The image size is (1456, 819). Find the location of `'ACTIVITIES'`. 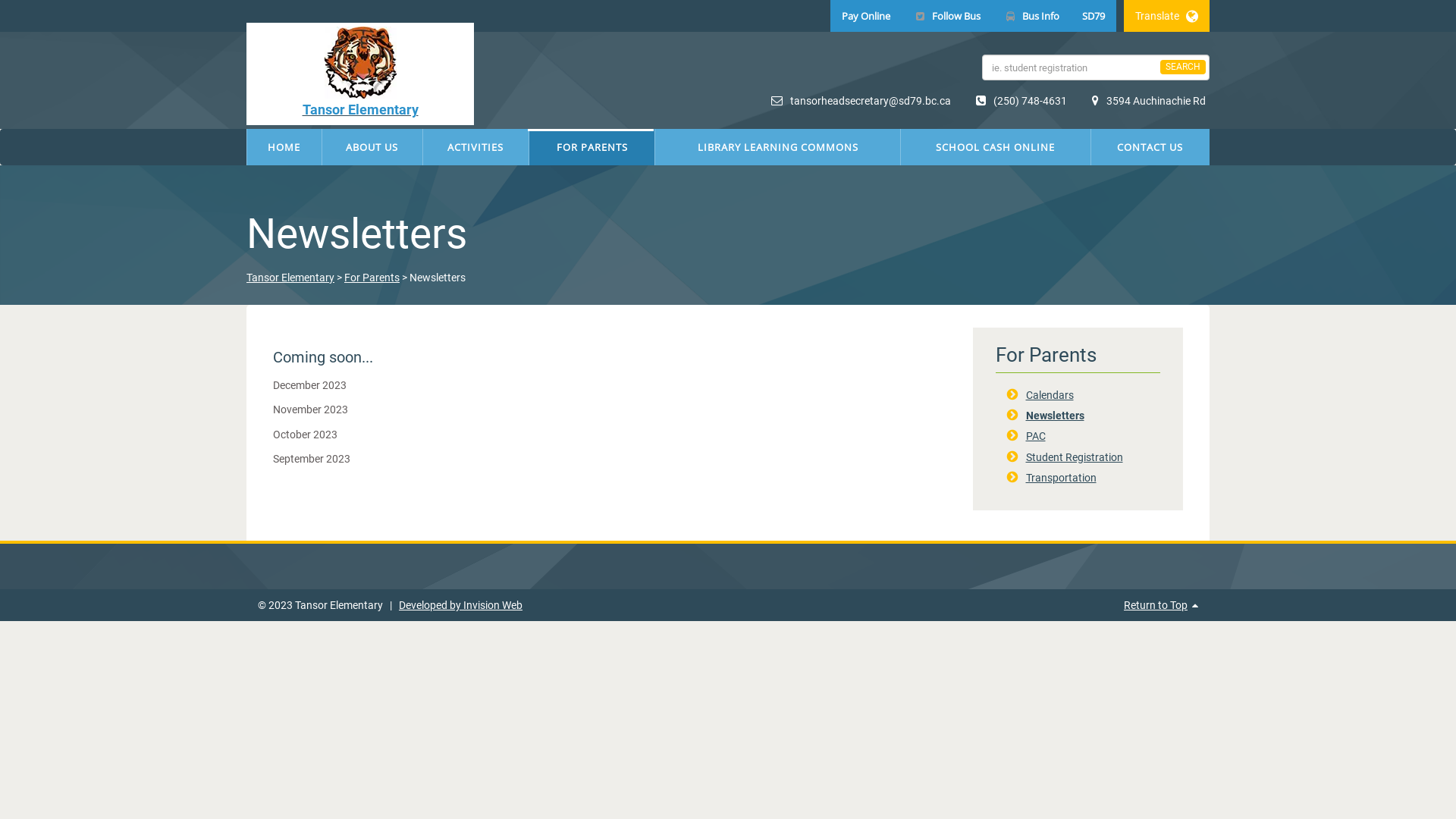

'ACTIVITIES' is located at coordinates (475, 146).